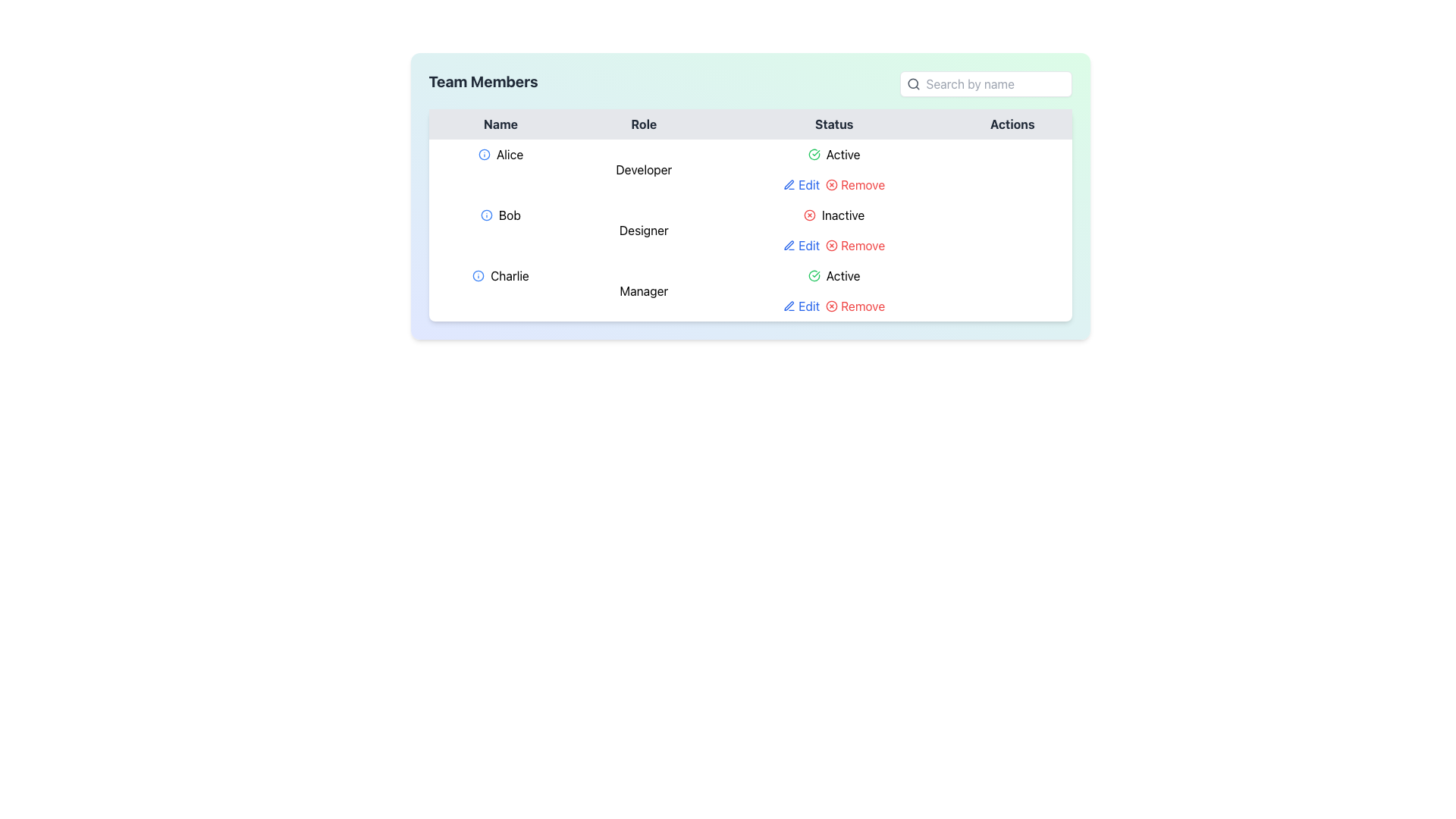 This screenshot has height=819, width=1456. I want to click on the icon next to the name 'Alice' in the first row of the 'Team Members' table, so click(483, 155).